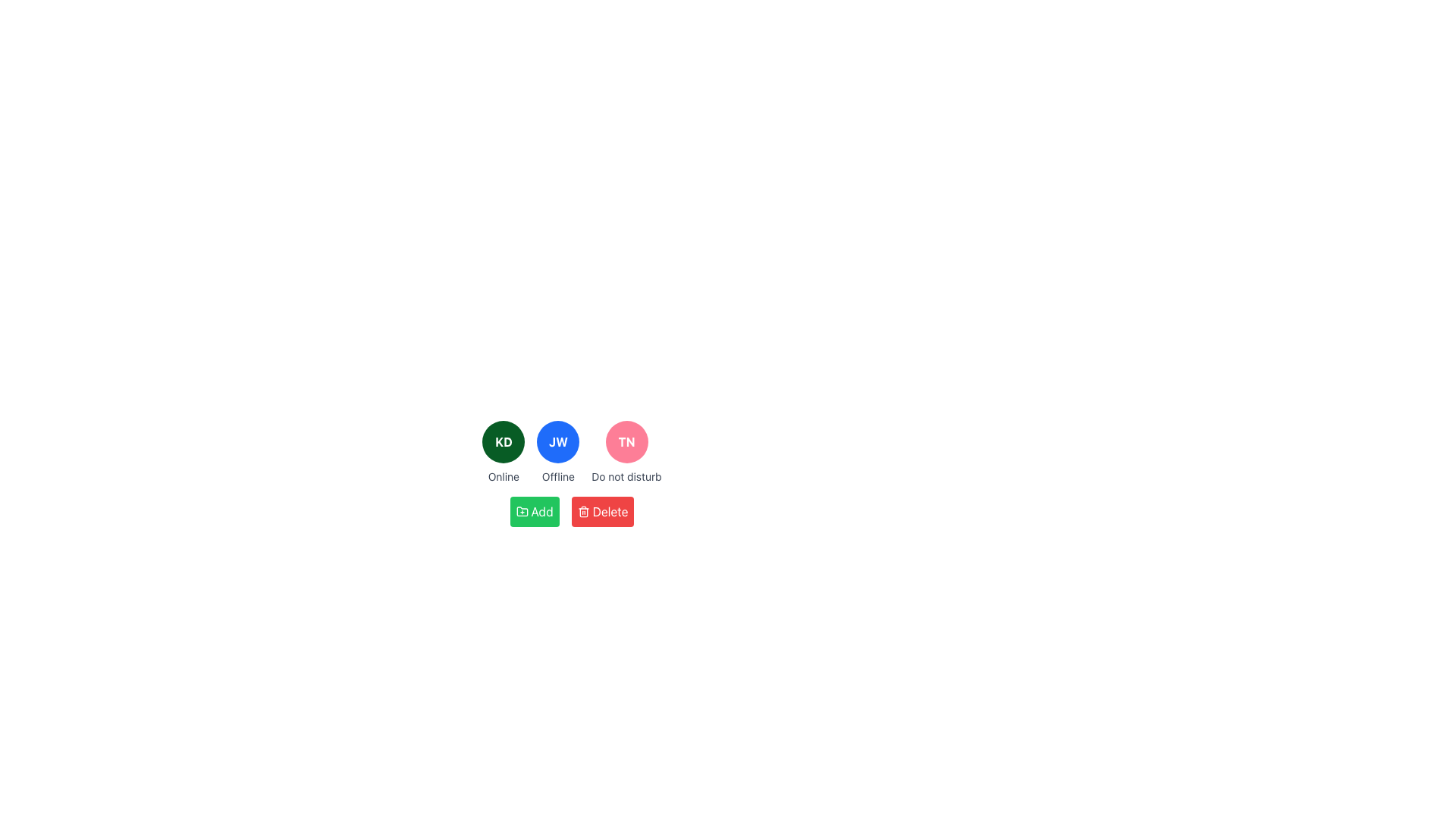 The width and height of the screenshot is (1456, 819). Describe the element at coordinates (610, 512) in the screenshot. I see `text label within the red 'Delete' button located at the bottom of the interface, positioned to the right of the green 'Add' button` at that location.